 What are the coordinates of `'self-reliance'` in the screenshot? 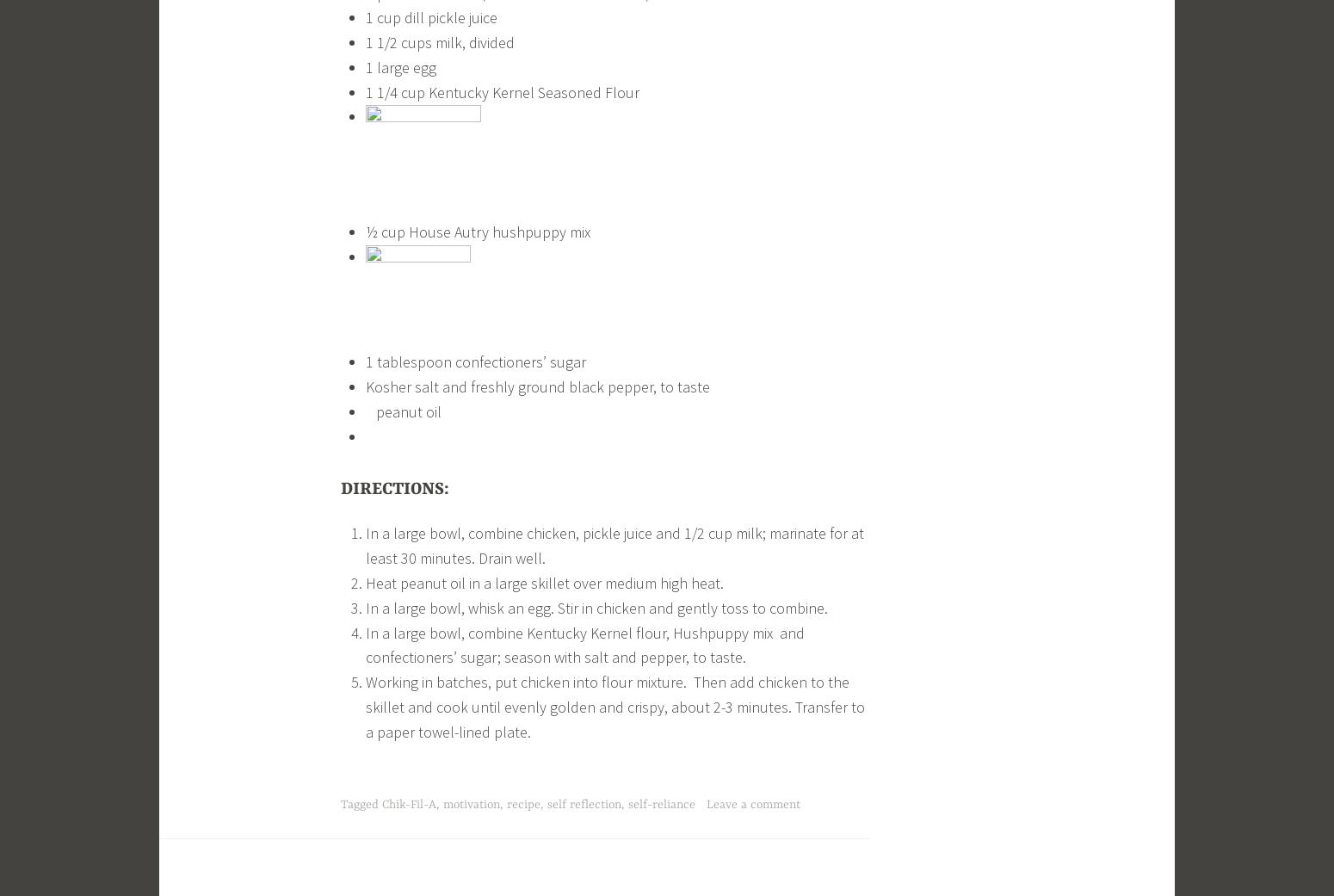 It's located at (661, 804).